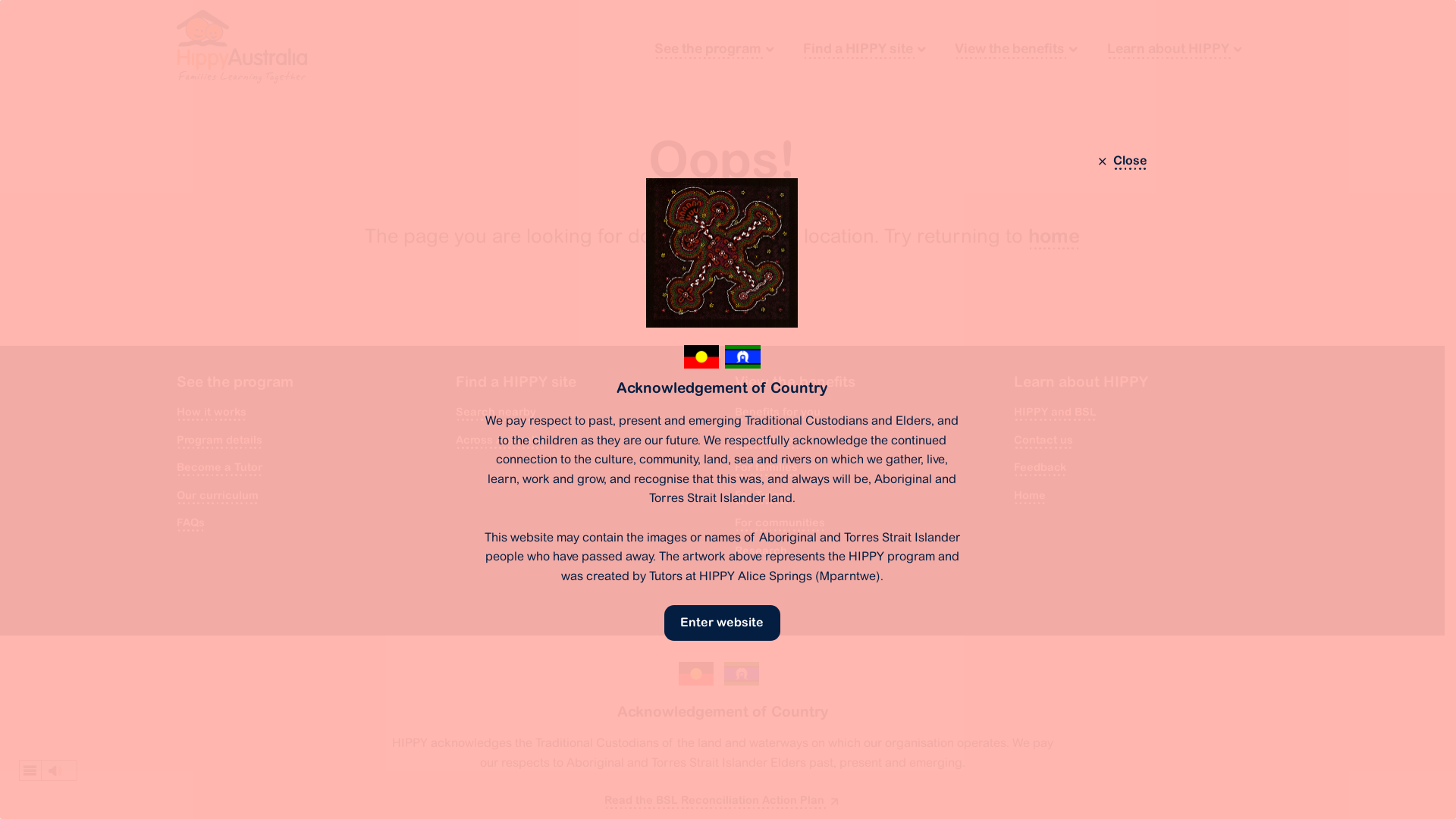 The height and width of the screenshot is (819, 1456). I want to click on 'How it works', so click(175, 412).